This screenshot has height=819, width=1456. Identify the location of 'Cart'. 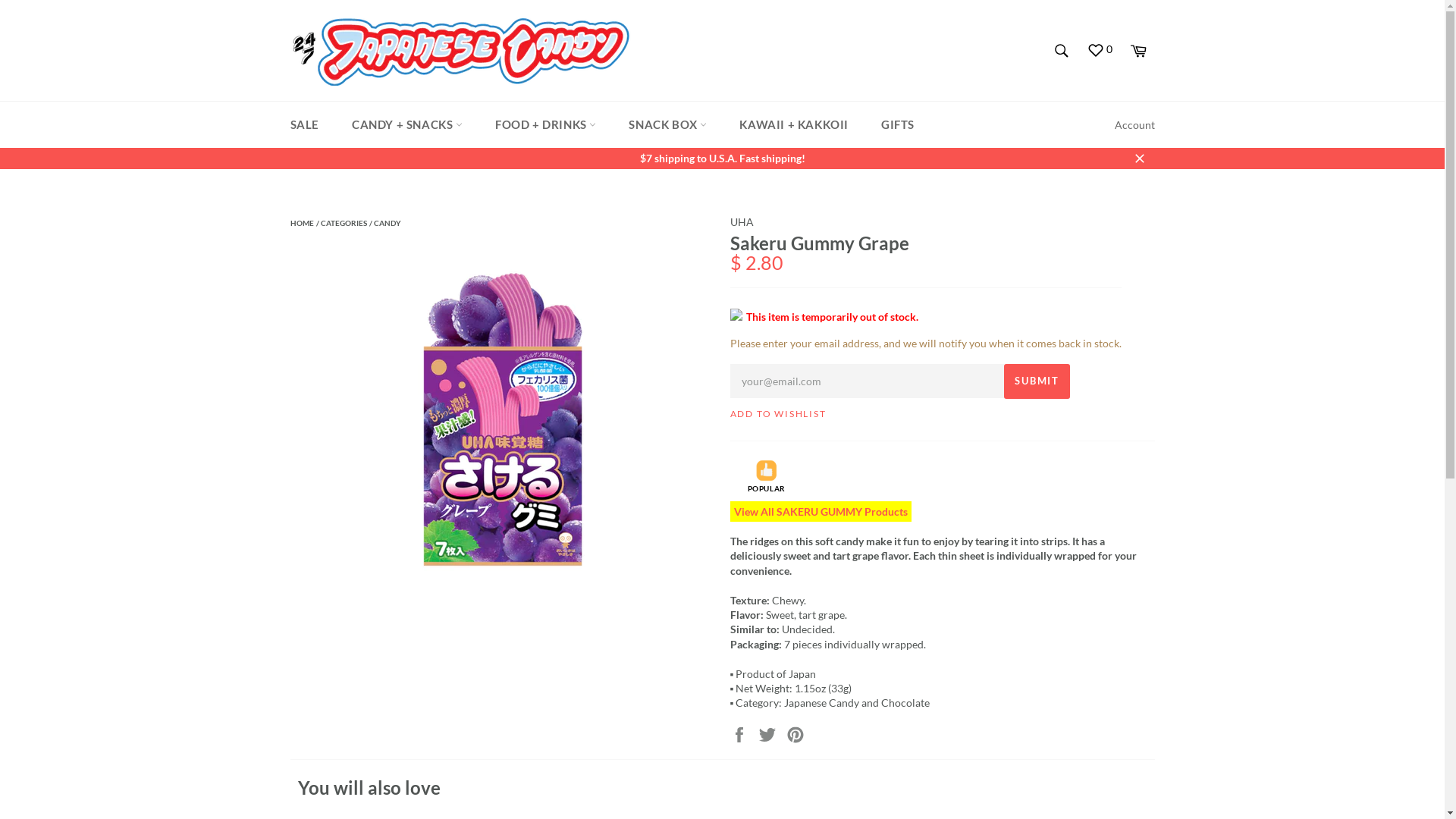
(1138, 49).